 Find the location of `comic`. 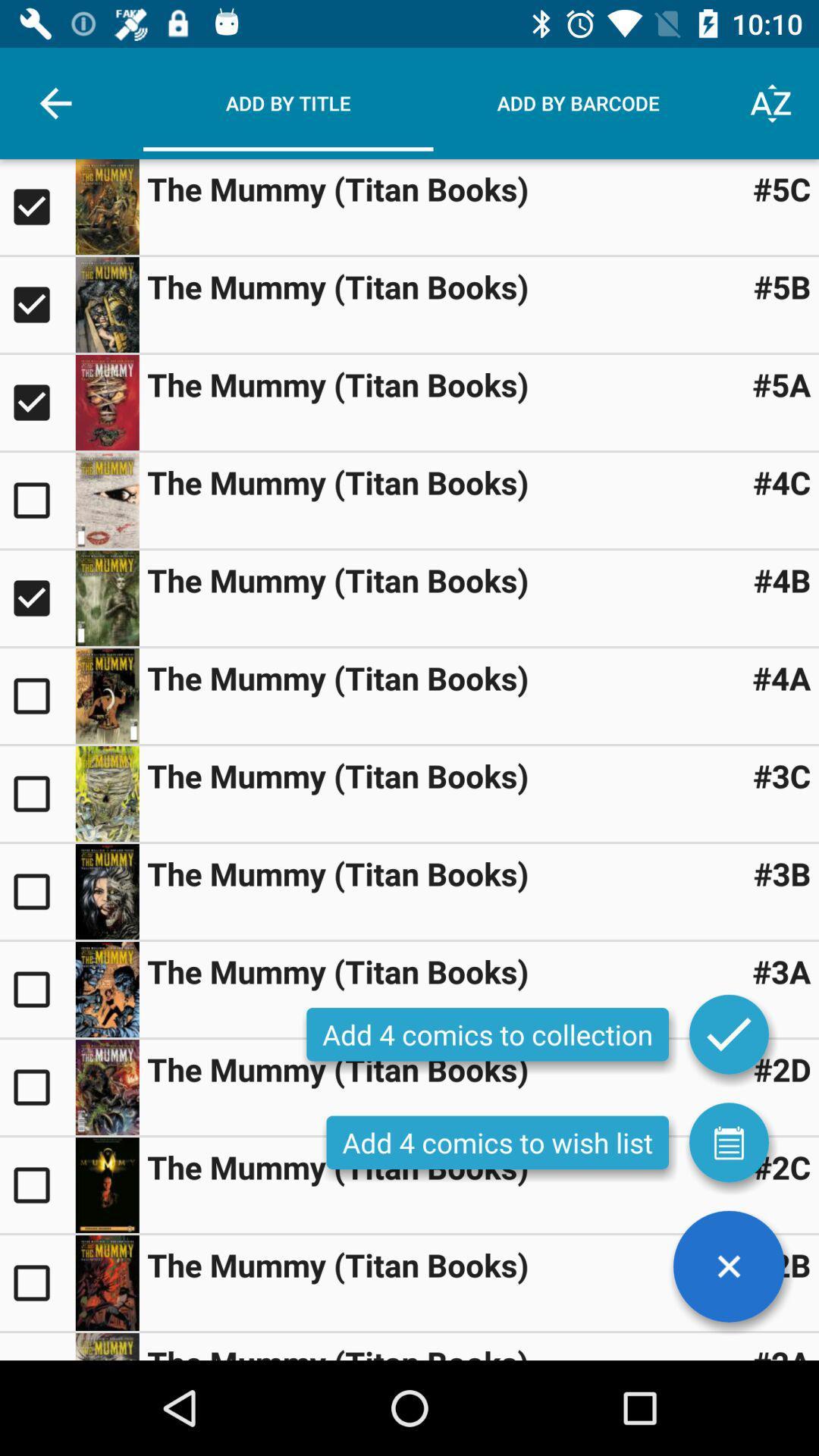

comic is located at coordinates (36, 597).